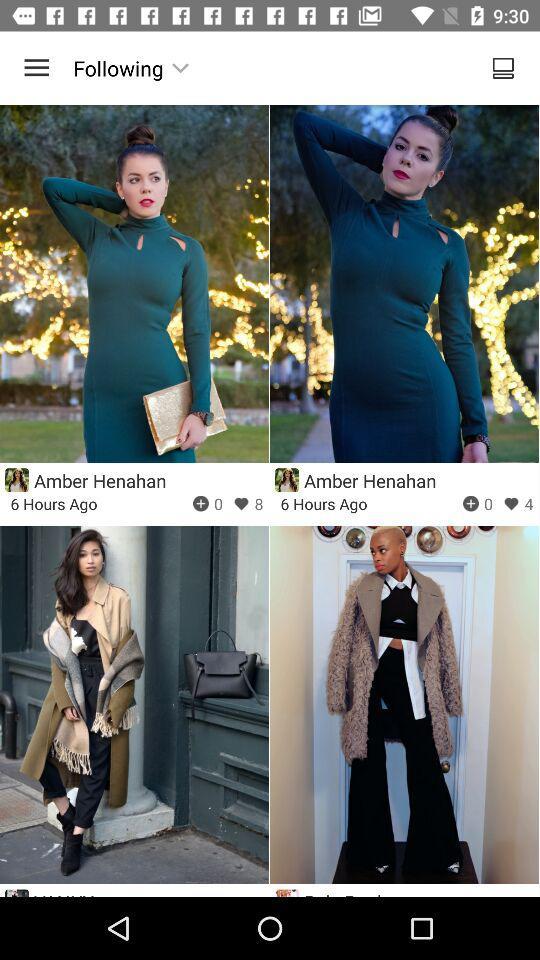 The height and width of the screenshot is (960, 540). What do you see at coordinates (16, 480) in the screenshot?
I see `icon represented the user profile` at bounding box center [16, 480].